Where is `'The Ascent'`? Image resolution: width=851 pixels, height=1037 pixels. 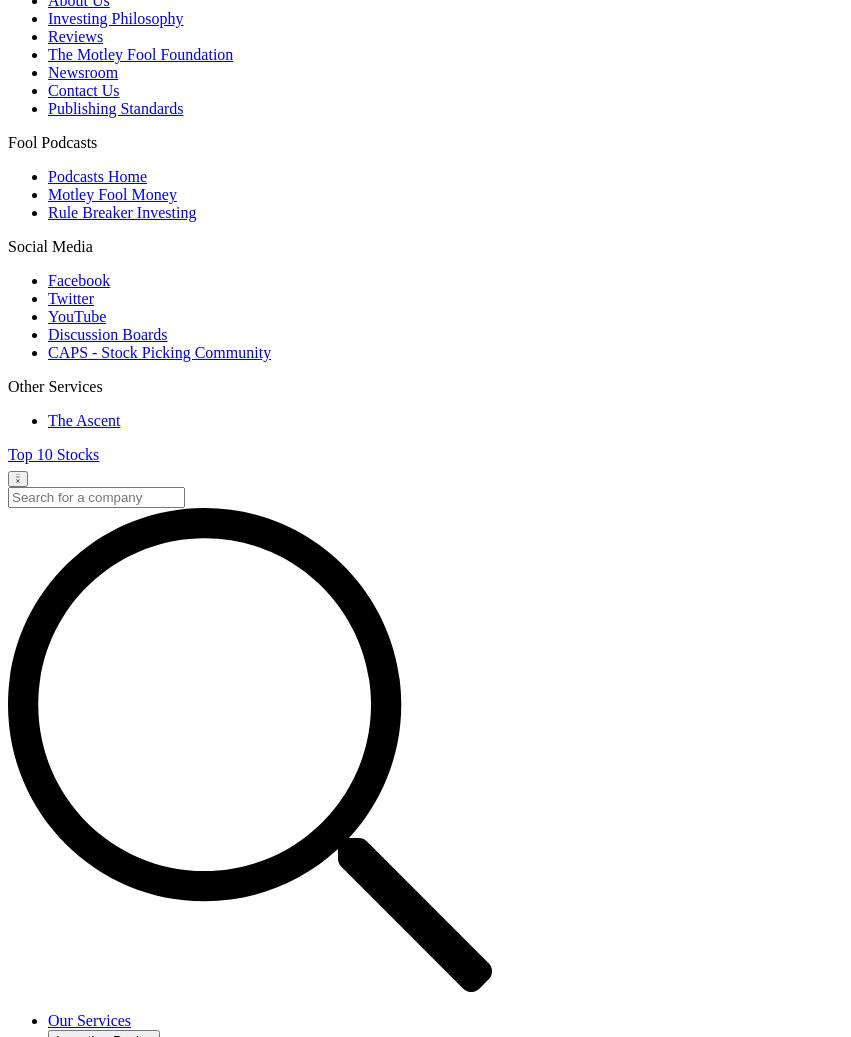 'The Ascent' is located at coordinates (82, 419).